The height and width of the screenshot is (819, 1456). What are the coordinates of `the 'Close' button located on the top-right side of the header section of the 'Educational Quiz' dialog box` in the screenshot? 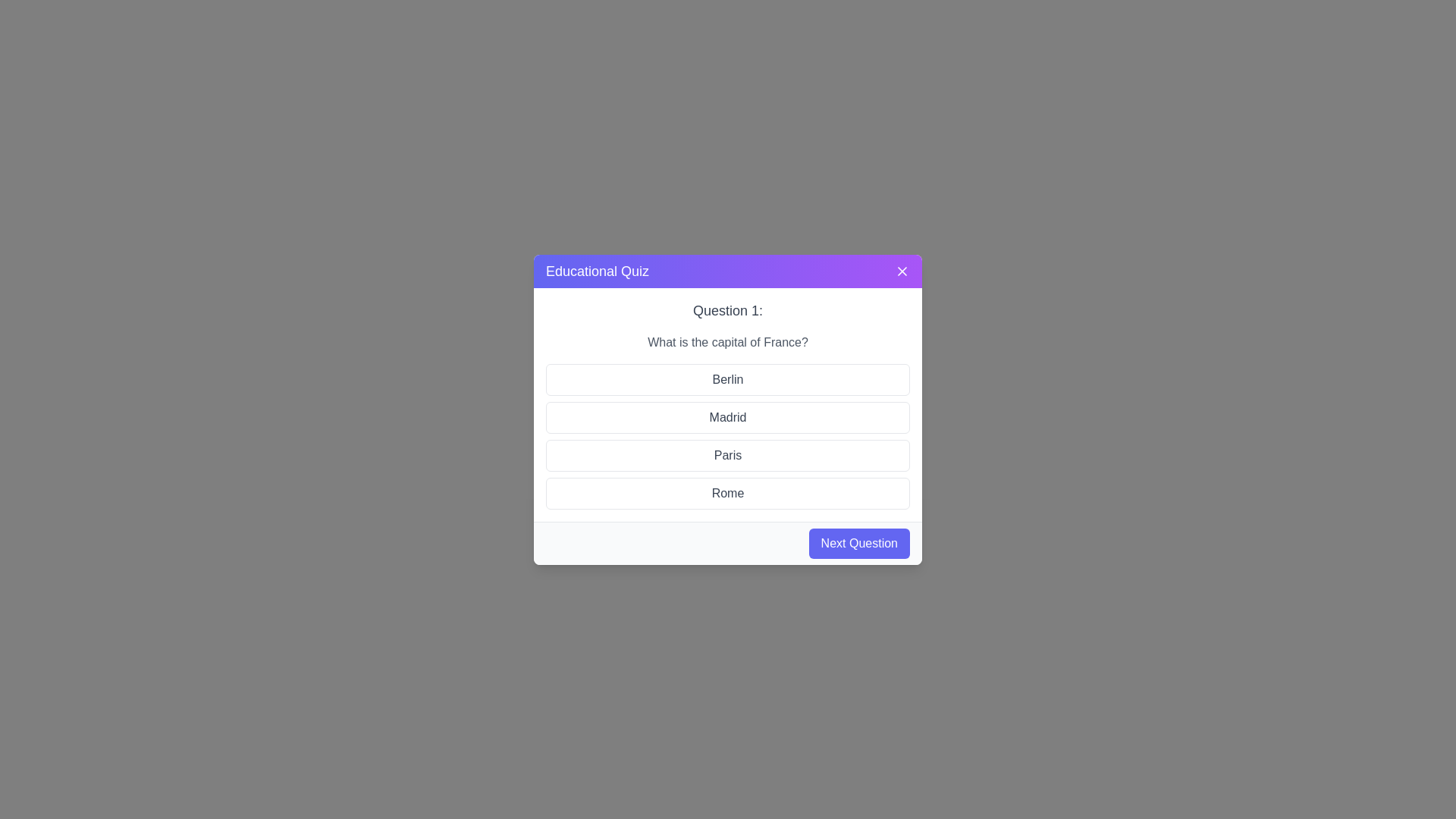 It's located at (902, 270).